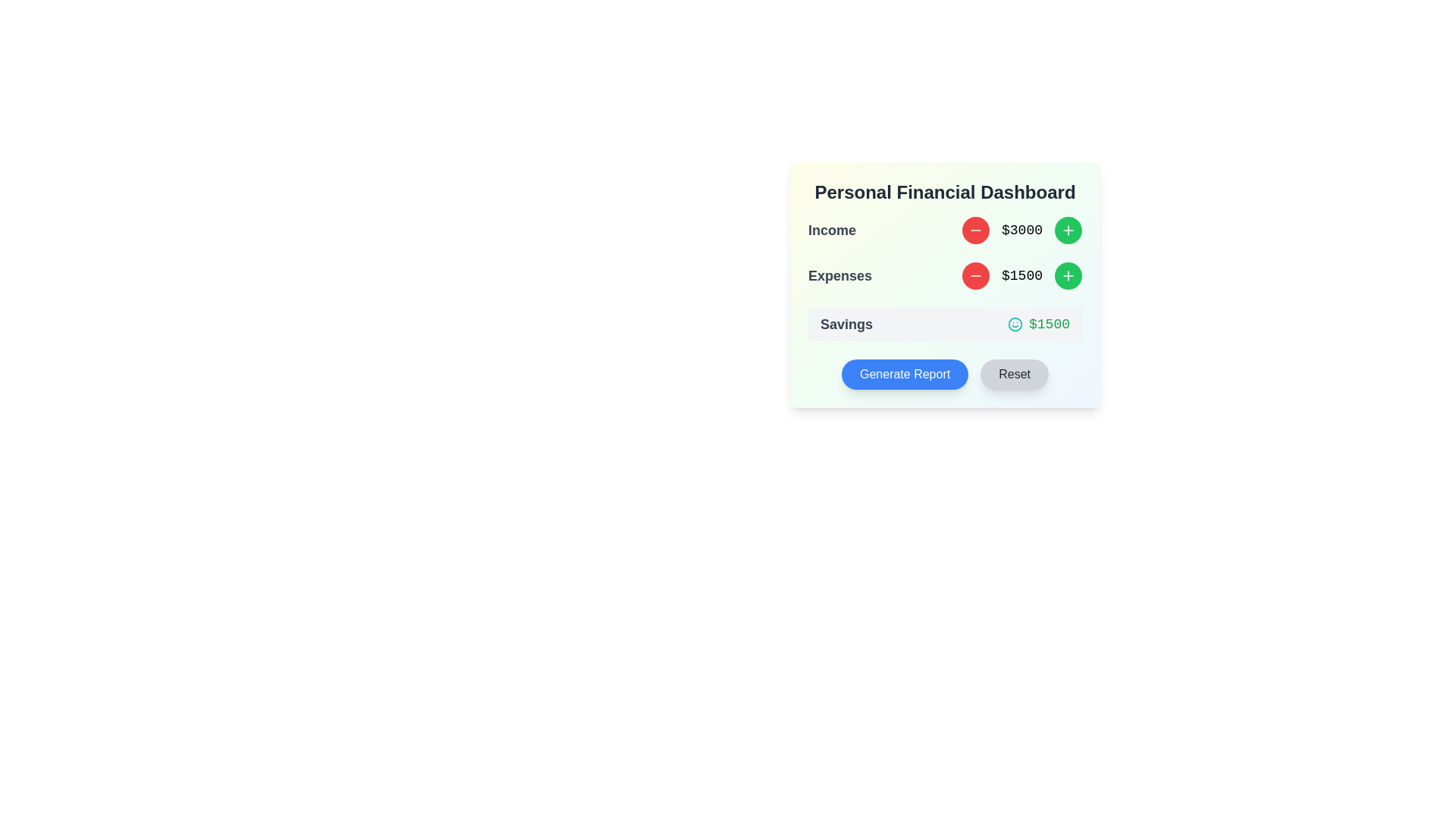  Describe the element at coordinates (1068, 275) in the screenshot. I see `the increment button located to the right of the 'Expenses' label in the Personal Financial Dashboard to increase the corresponding value` at that location.